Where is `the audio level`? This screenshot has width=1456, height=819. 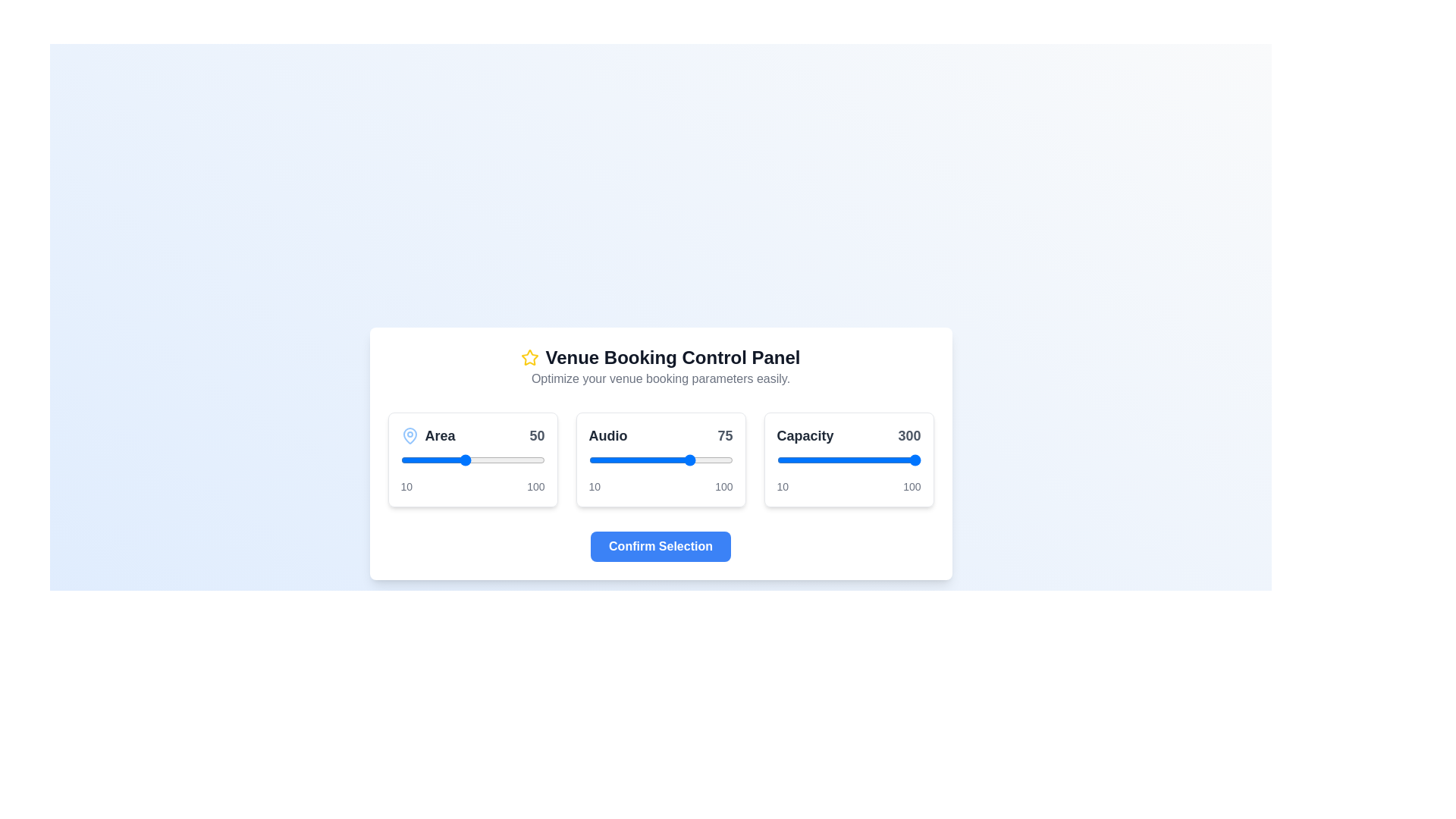
the audio level is located at coordinates (591, 459).